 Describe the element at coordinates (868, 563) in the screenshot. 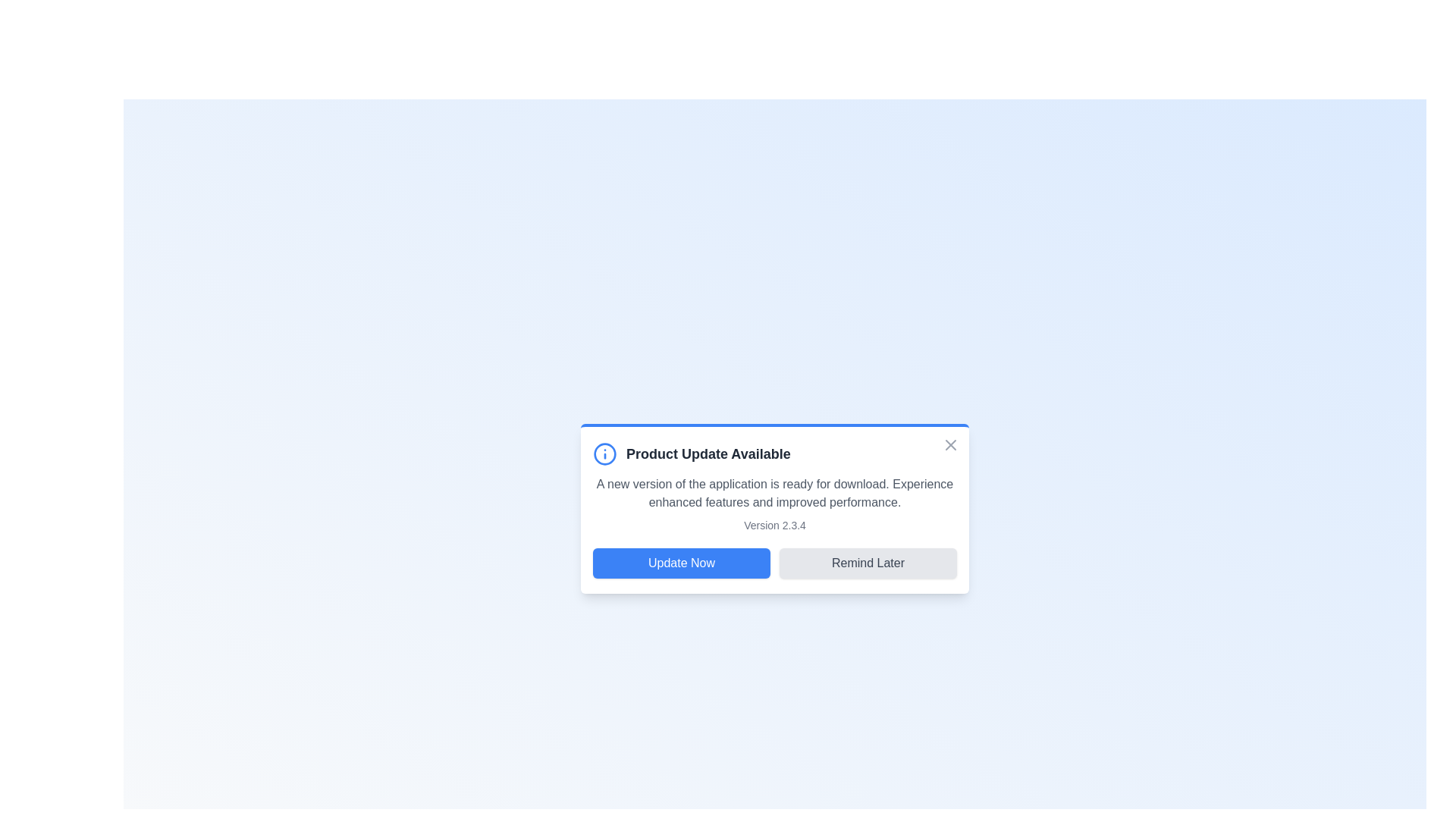

I see `'Remind Later' button to dismiss the notification temporarily` at that location.